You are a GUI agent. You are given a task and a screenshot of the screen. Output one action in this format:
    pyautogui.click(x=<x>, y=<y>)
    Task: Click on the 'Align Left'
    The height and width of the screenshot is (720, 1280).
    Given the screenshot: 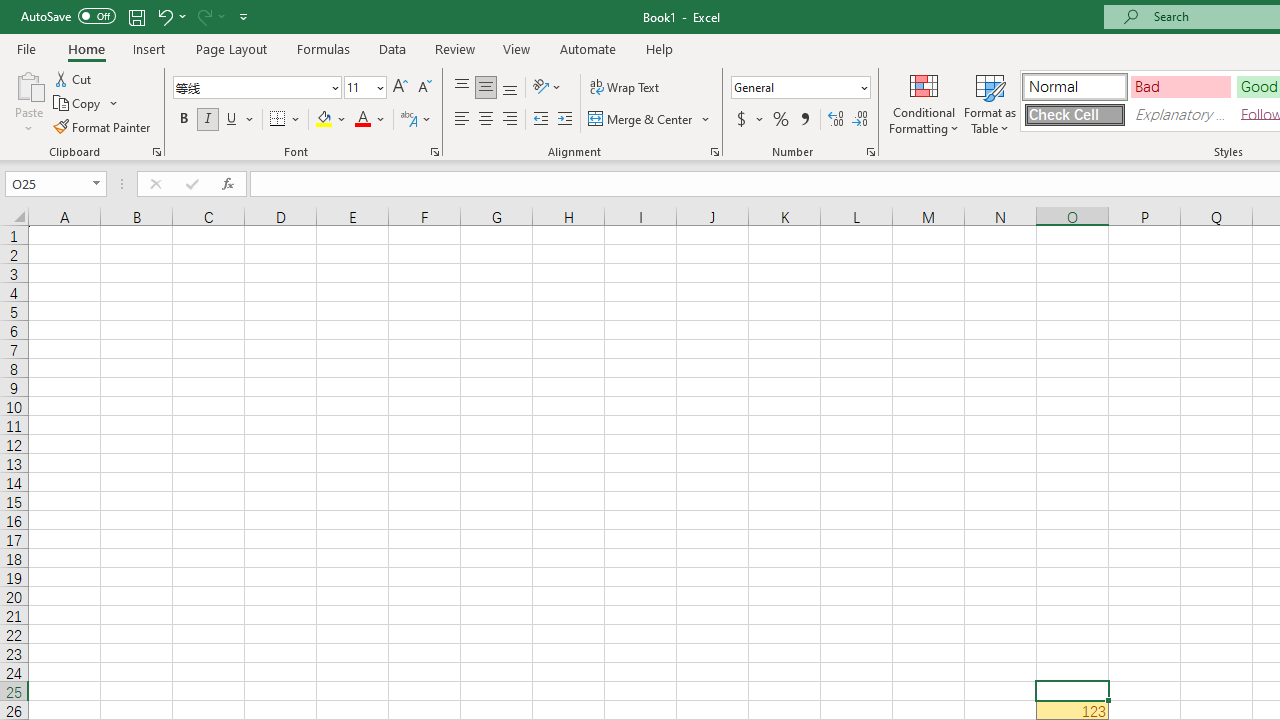 What is the action you would take?
    pyautogui.click(x=461, y=119)
    